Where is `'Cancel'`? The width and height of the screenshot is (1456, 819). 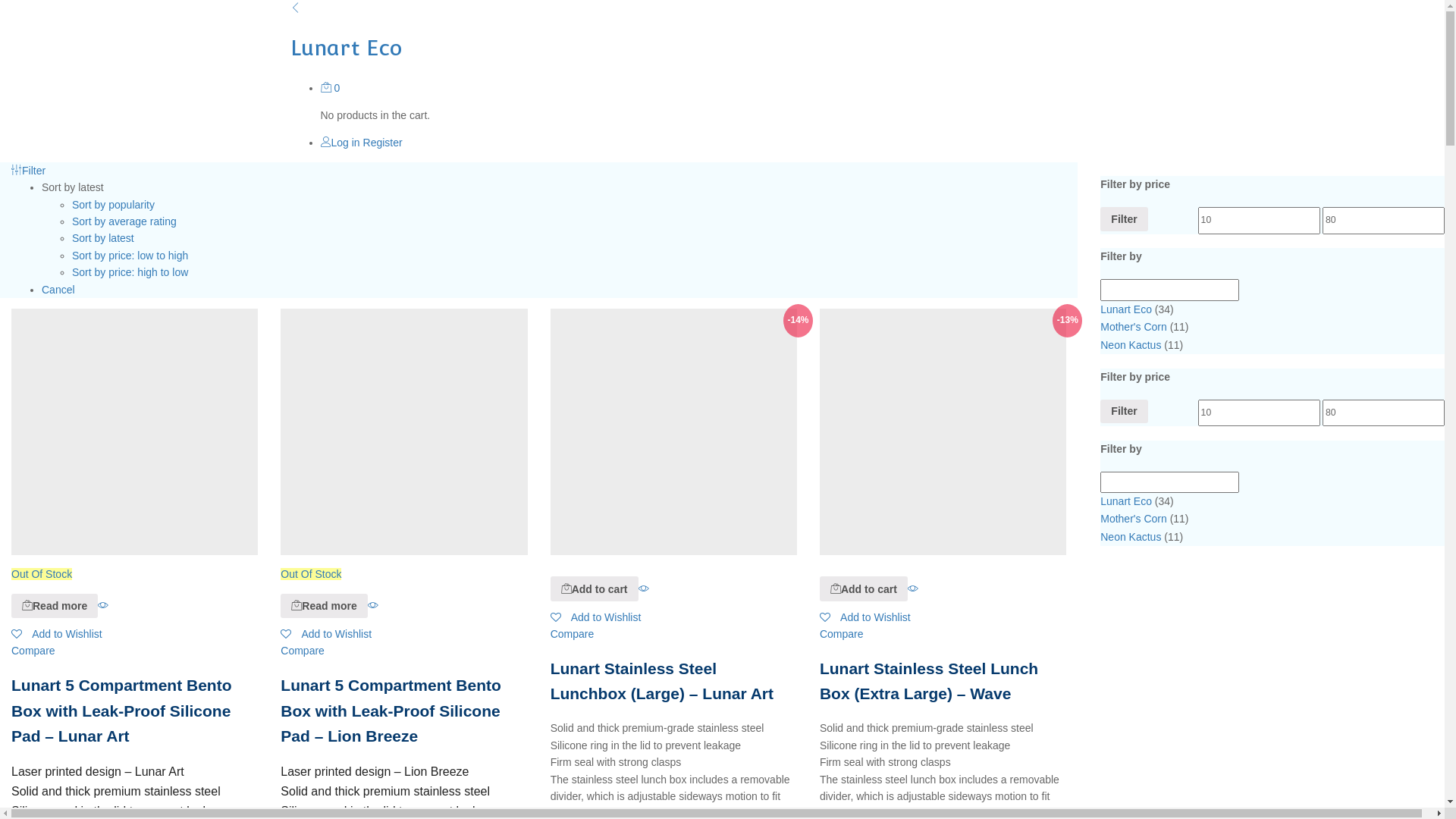 'Cancel' is located at coordinates (58, 289).